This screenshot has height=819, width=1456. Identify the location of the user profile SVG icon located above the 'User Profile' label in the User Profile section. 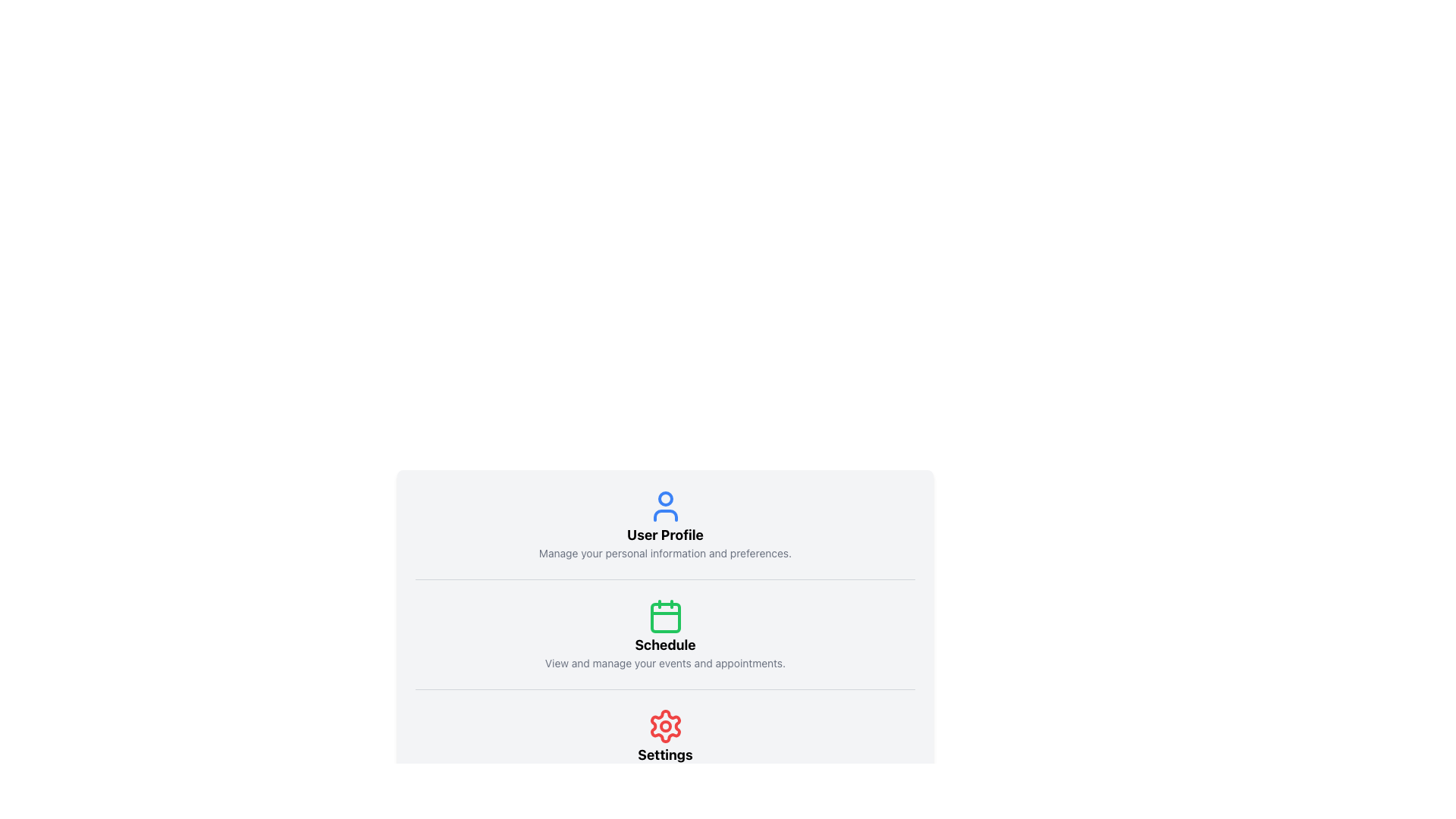
(665, 506).